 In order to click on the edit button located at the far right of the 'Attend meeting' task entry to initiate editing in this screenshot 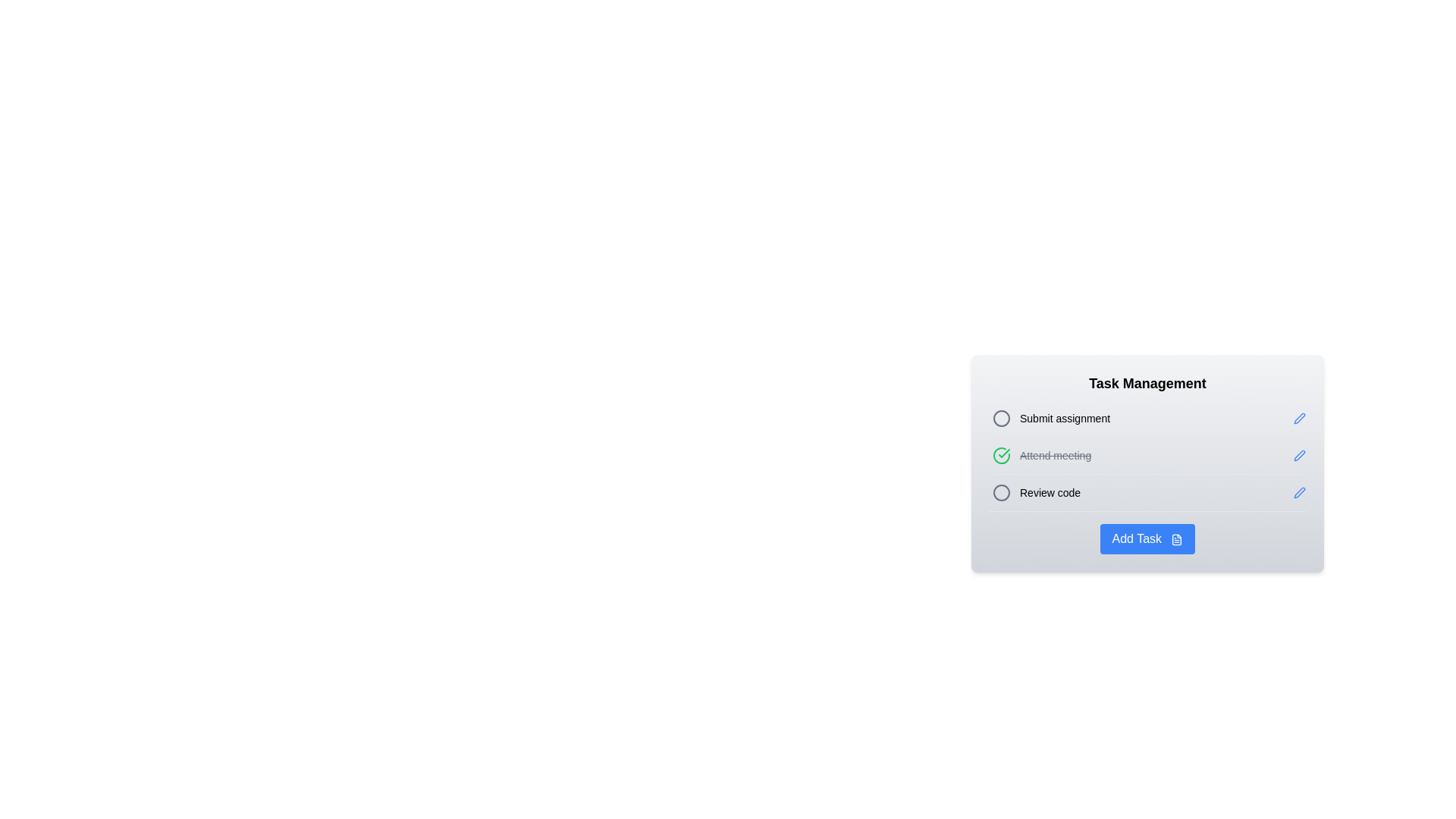, I will do `click(1298, 455)`.